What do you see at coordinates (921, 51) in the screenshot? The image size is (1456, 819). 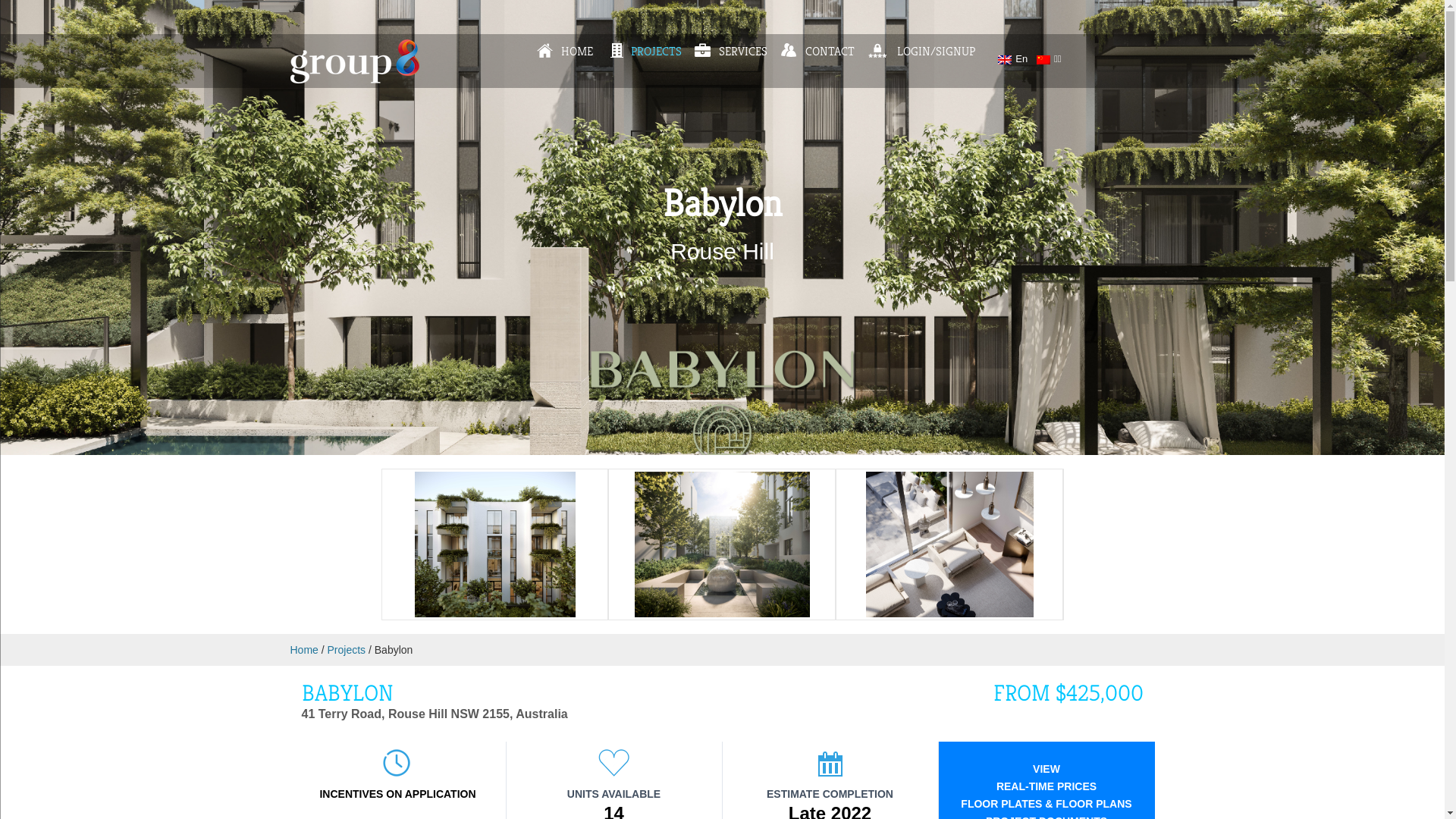 I see `'LOGIN/SIGNUP'` at bounding box center [921, 51].